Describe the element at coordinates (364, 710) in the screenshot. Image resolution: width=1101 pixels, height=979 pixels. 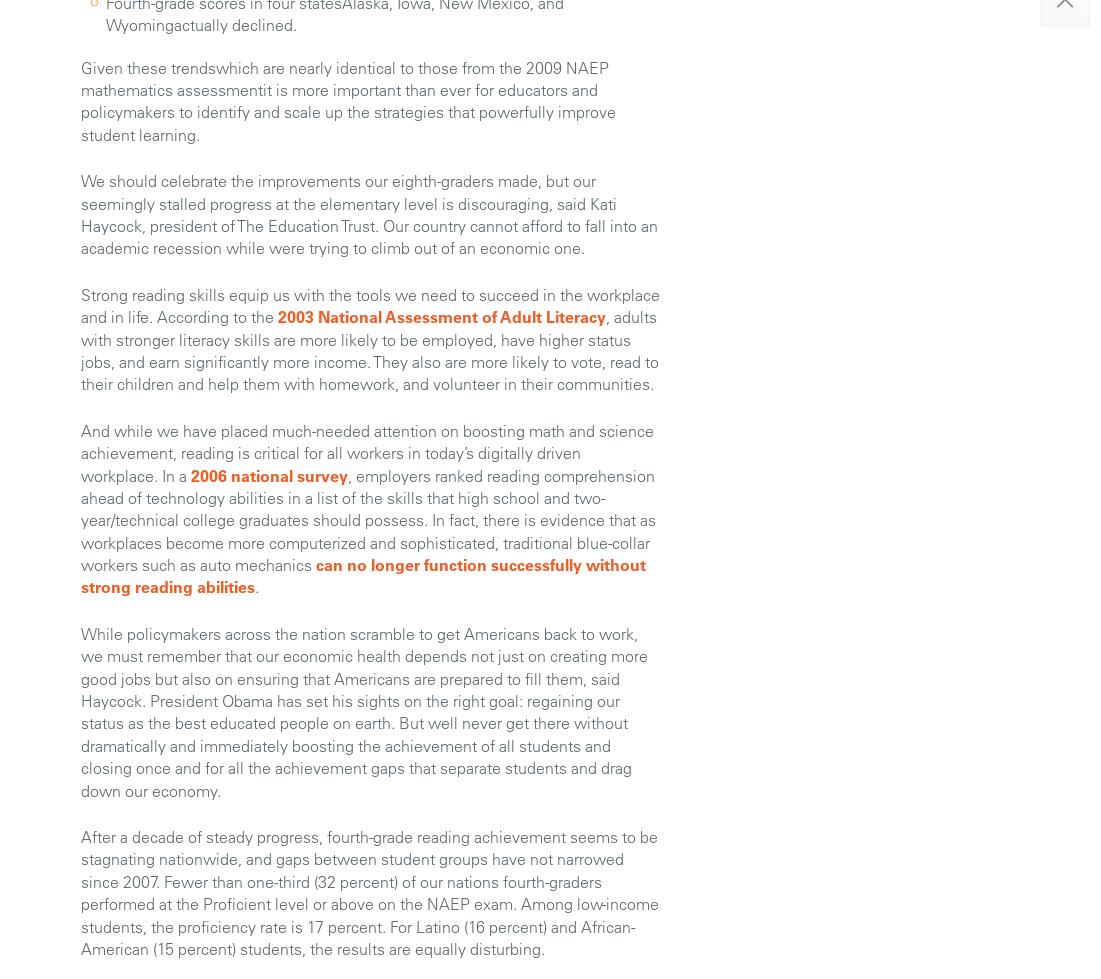
I see `'While policymakers across the nation scramble to get Americans back to work, we must remember that our economic health depends not just on creating more good jobs but also on ensuring that Americans are prepared to fill them, said Haycock. President Obama has set his sights on the right goal: regaining our status as the best educated people on earth. But well never get there without dramatically and immediately boosting the achievement of all students and closing once and for all the achievement gaps that separate students and drag down our economy.'` at that location.